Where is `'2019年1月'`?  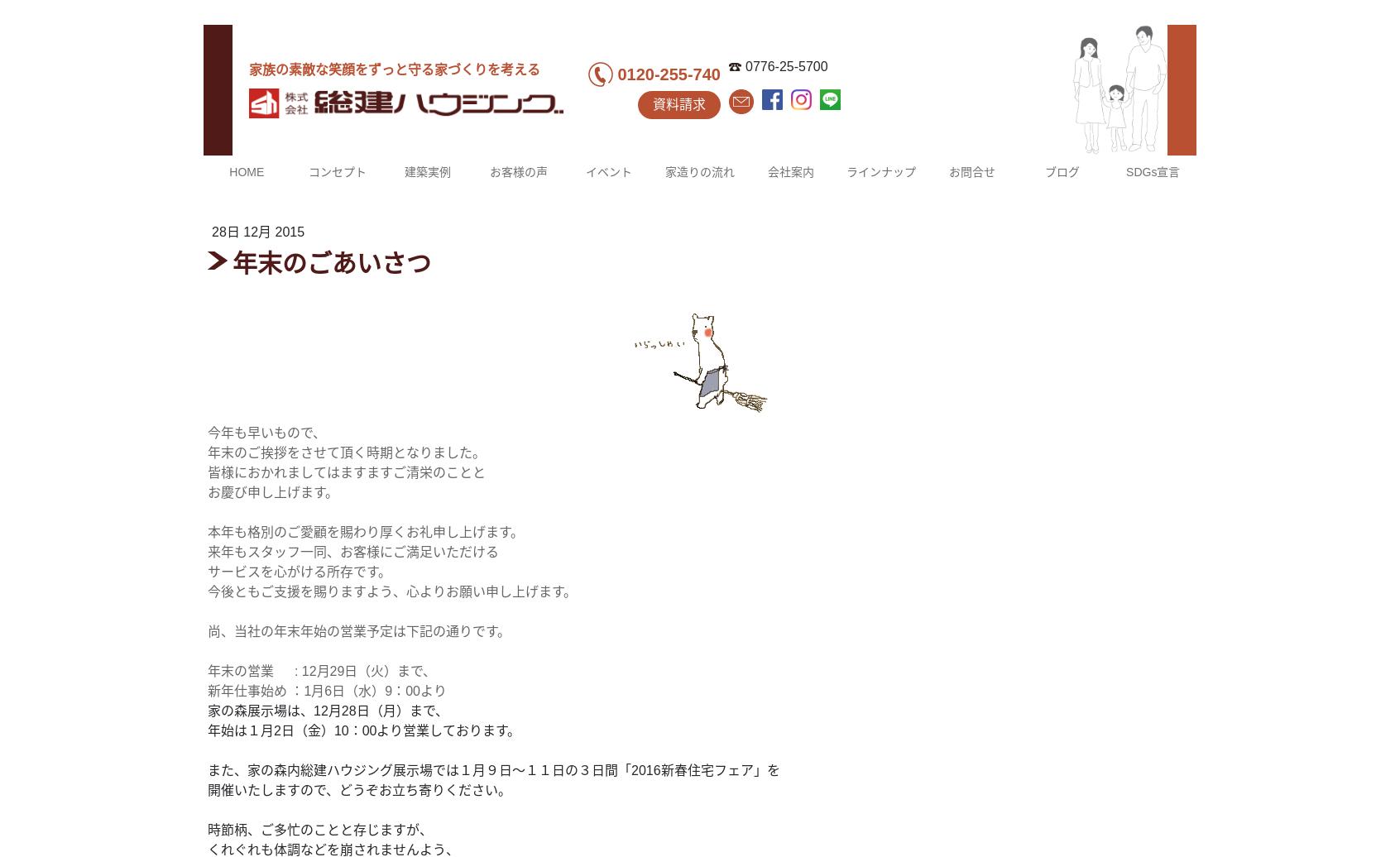
'2019年1月' is located at coordinates (889, 381).